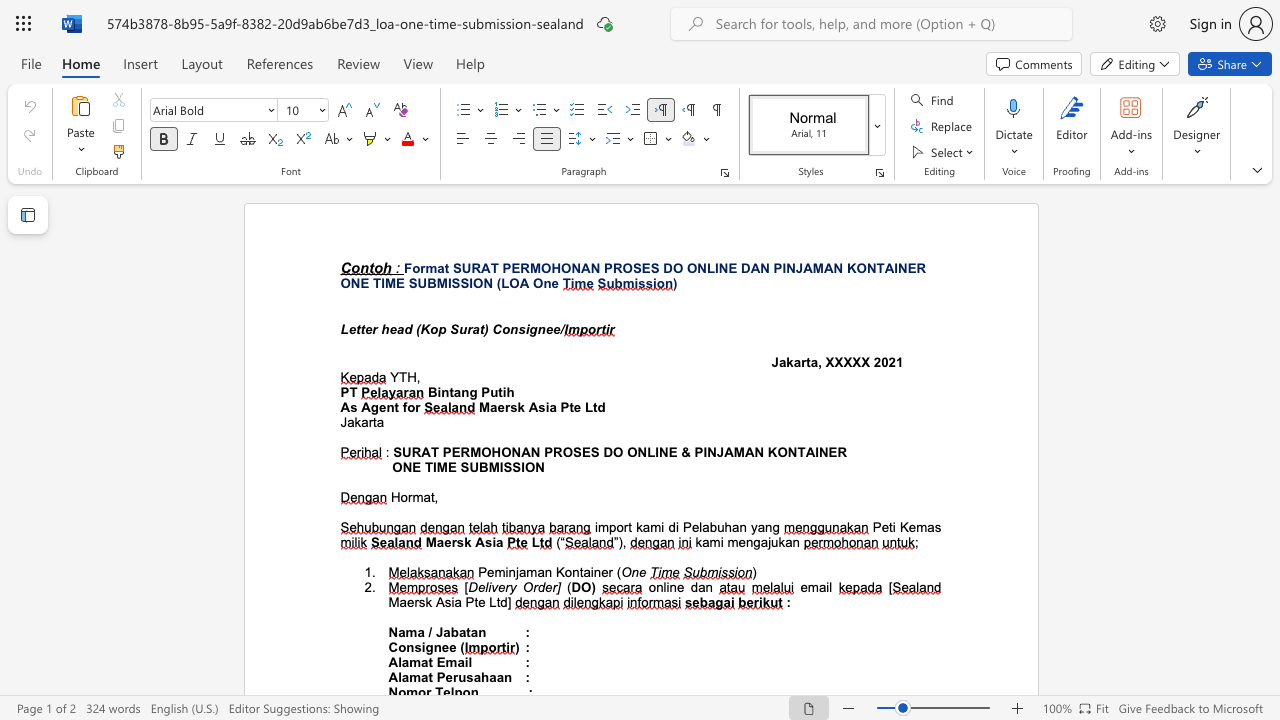  Describe the element at coordinates (577, 572) in the screenshot. I see `the space between the continuous character "n" and "t" in the text` at that location.